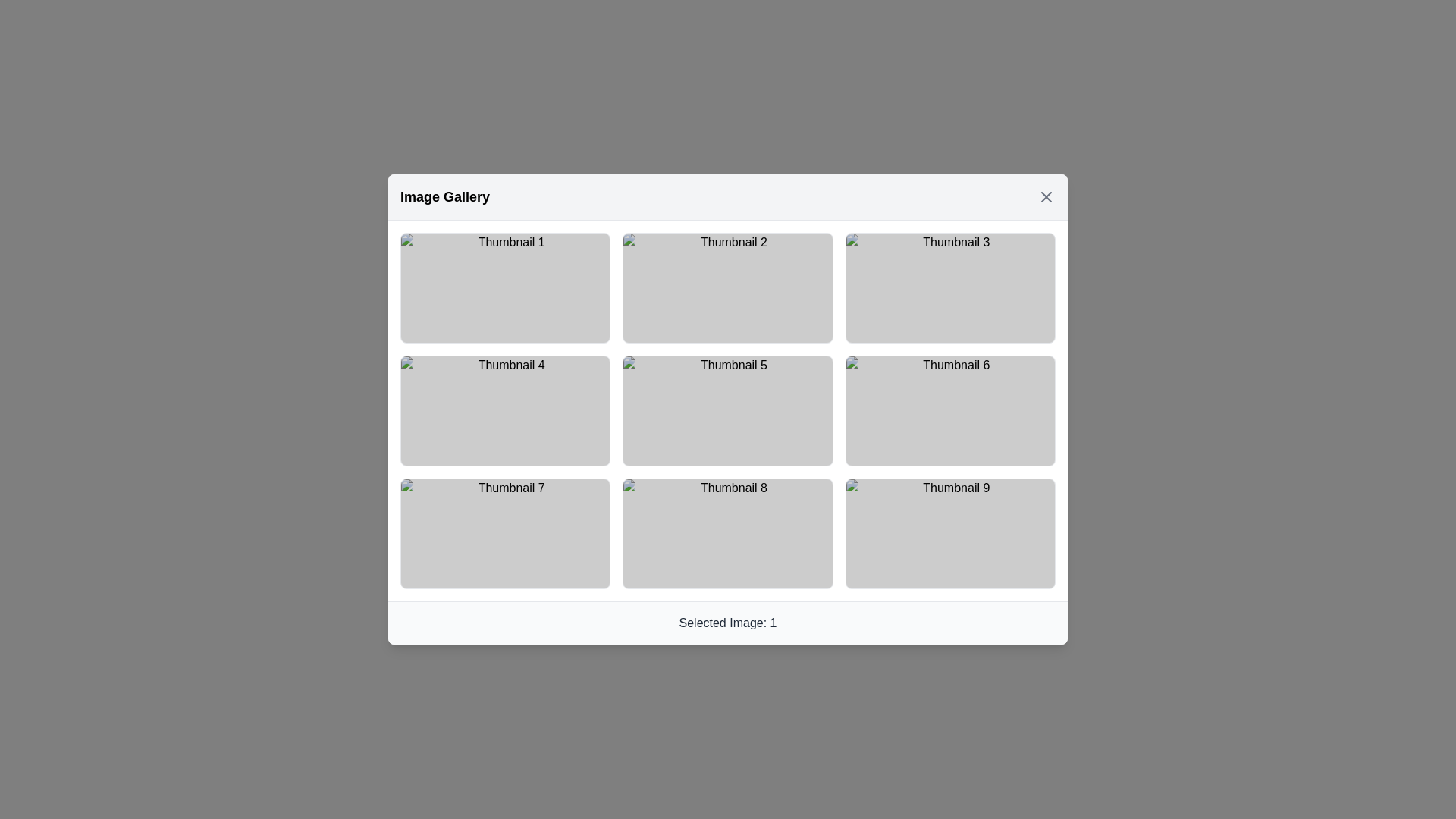 The image size is (1456, 819). What do you see at coordinates (505, 533) in the screenshot?
I see `the state of the green checkmark icon surrounded by a circle, which is located in the center of the seventh thumbnail in a grid of nine thumbnails` at bounding box center [505, 533].